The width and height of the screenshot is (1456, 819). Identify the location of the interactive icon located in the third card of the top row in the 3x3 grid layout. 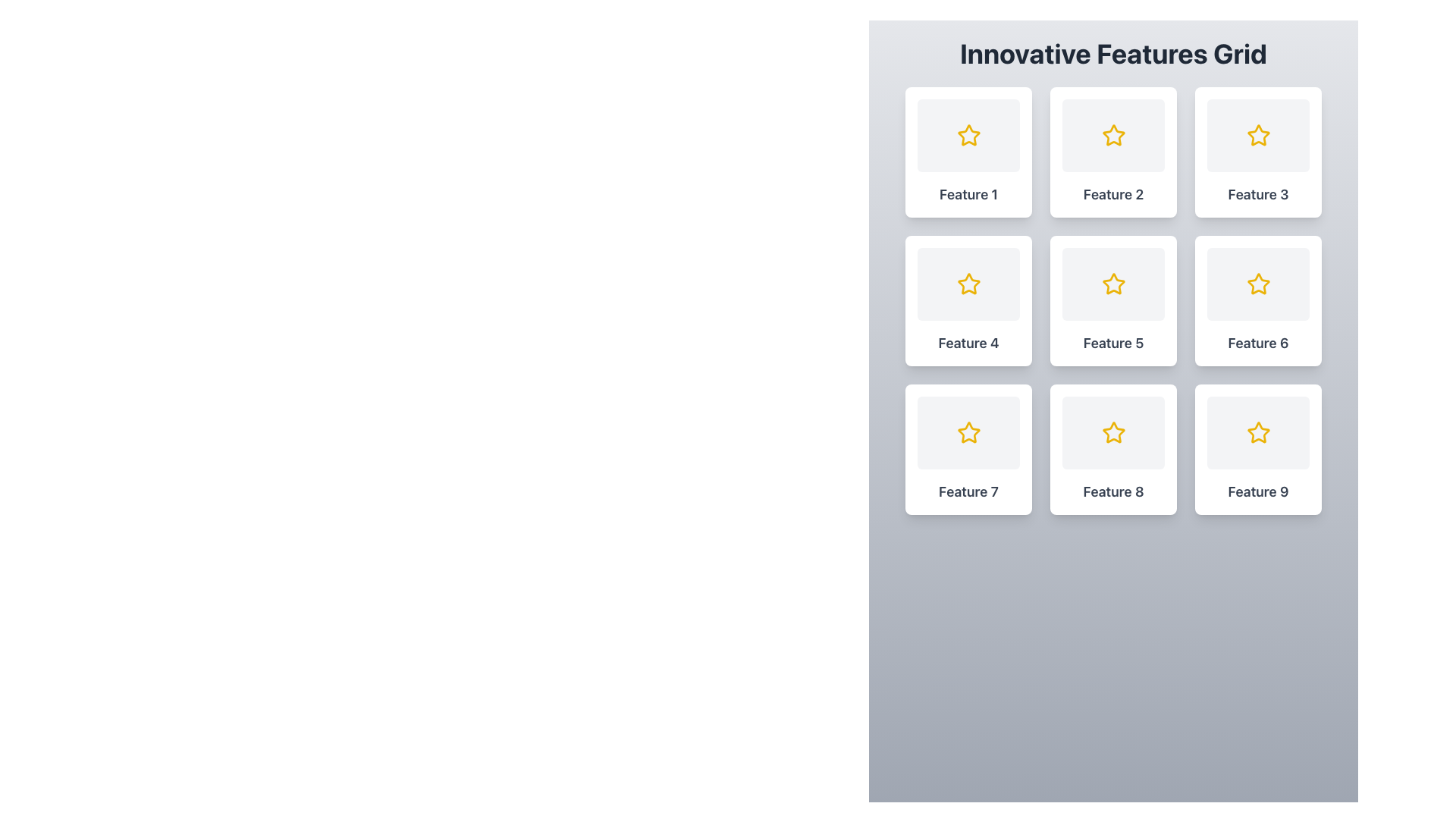
(1258, 134).